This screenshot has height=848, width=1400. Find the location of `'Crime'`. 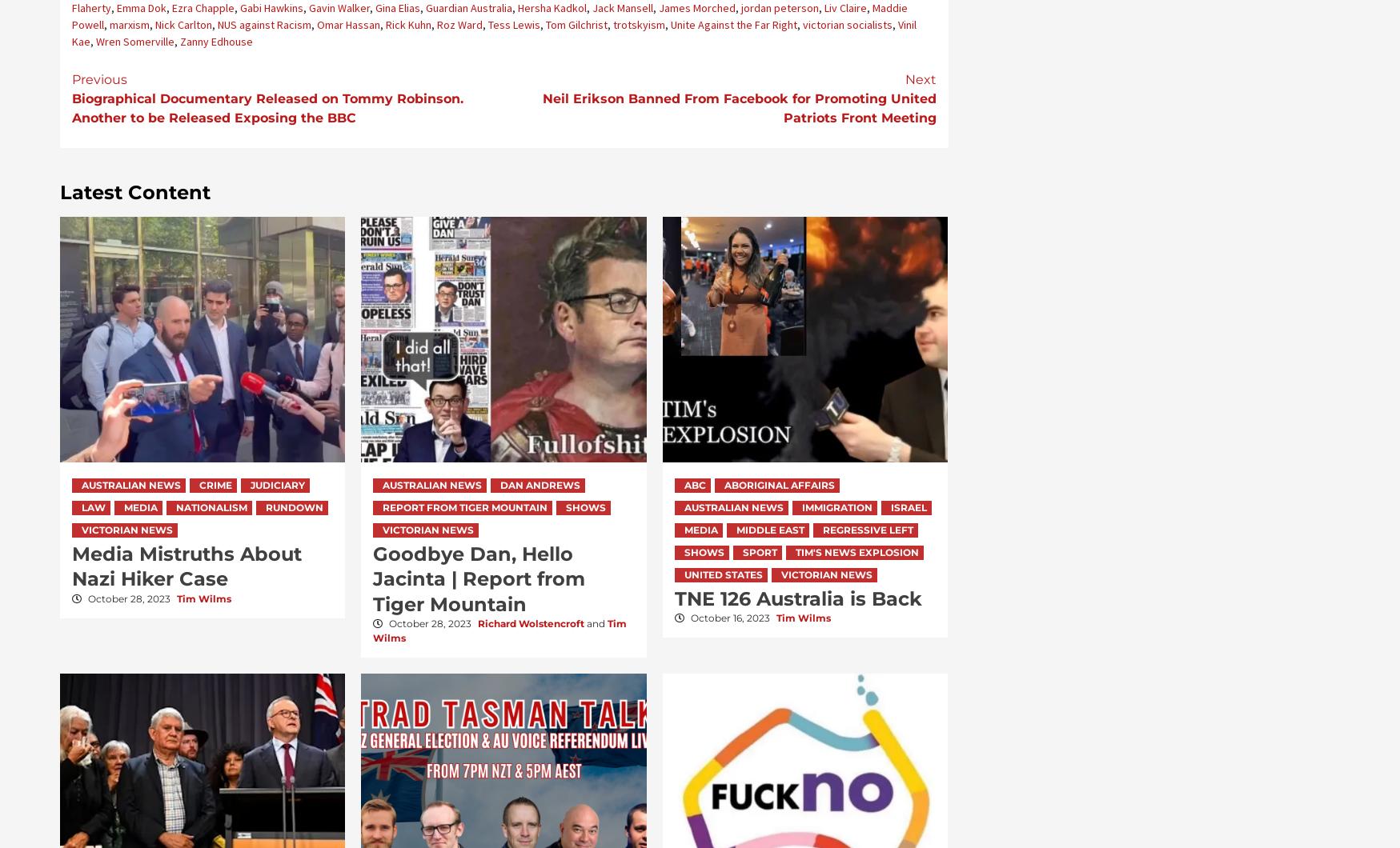

'Crime' is located at coordinates (199, 485).